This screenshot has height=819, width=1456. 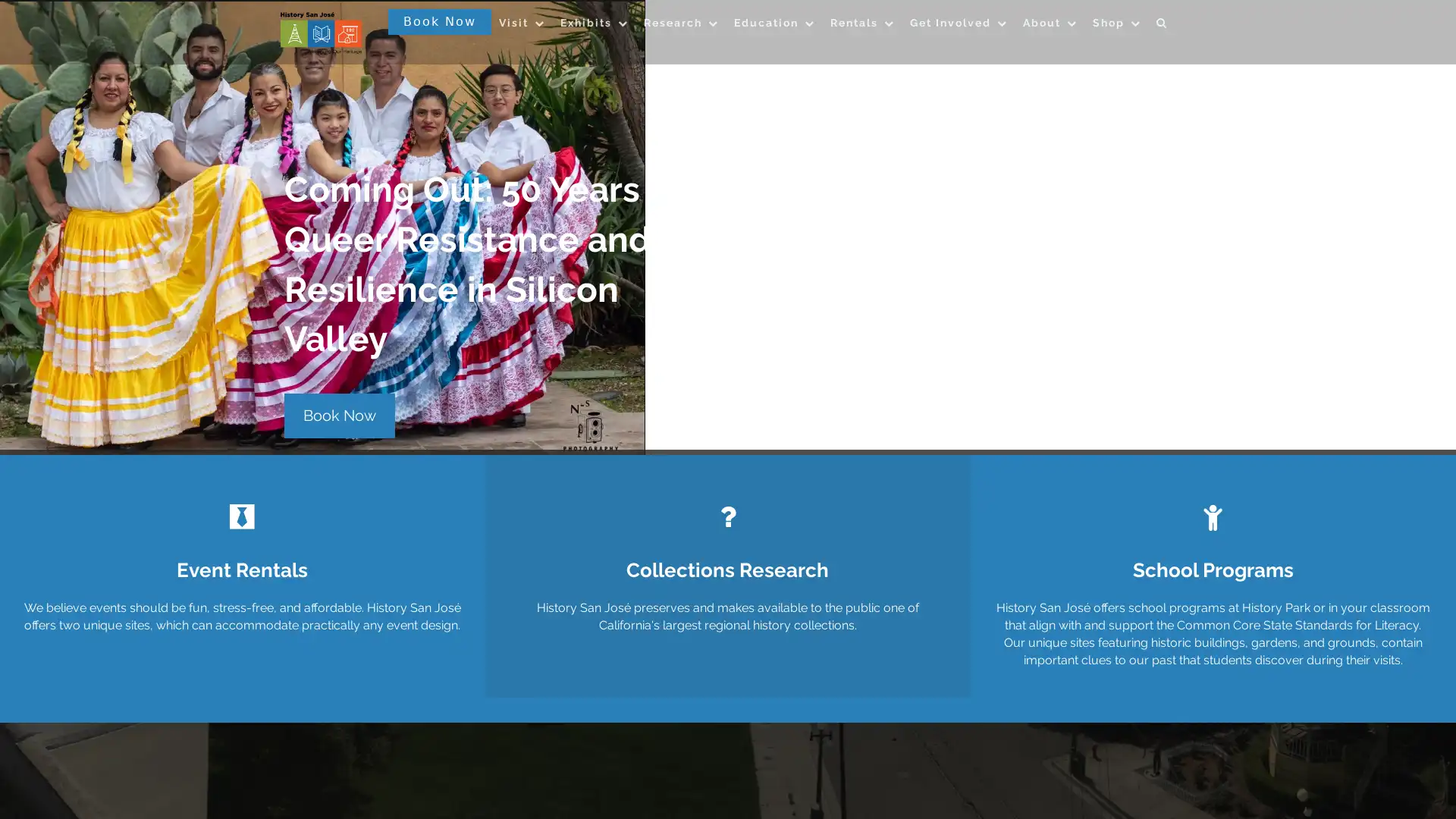 I want to click on Sign Up!, so click(x=728, y=576).